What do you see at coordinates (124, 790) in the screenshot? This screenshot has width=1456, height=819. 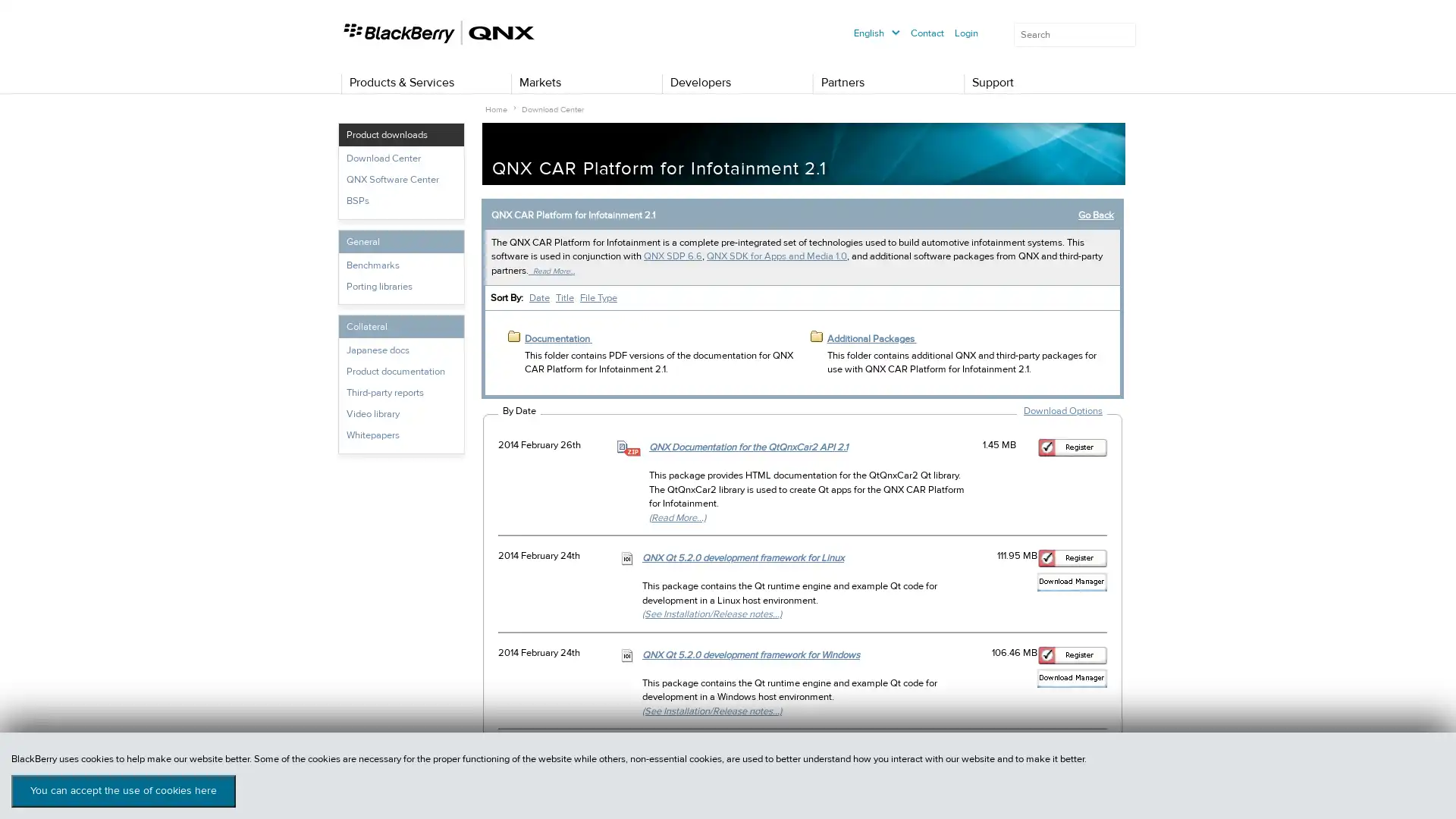 I see `You can accept the use of cookies here` at bounding box center [124, 790].